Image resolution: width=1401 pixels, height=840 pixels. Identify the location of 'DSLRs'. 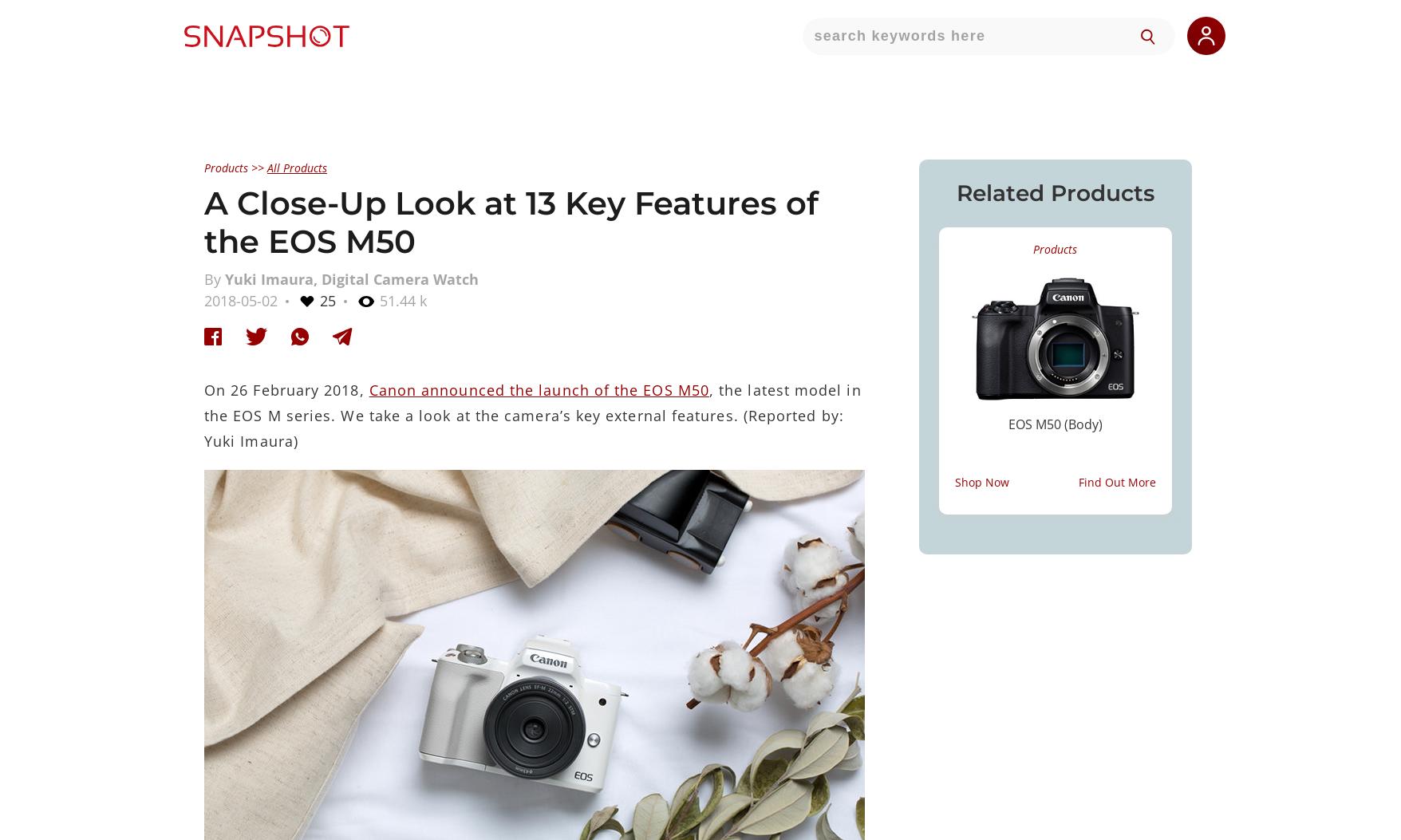
(556, 330).